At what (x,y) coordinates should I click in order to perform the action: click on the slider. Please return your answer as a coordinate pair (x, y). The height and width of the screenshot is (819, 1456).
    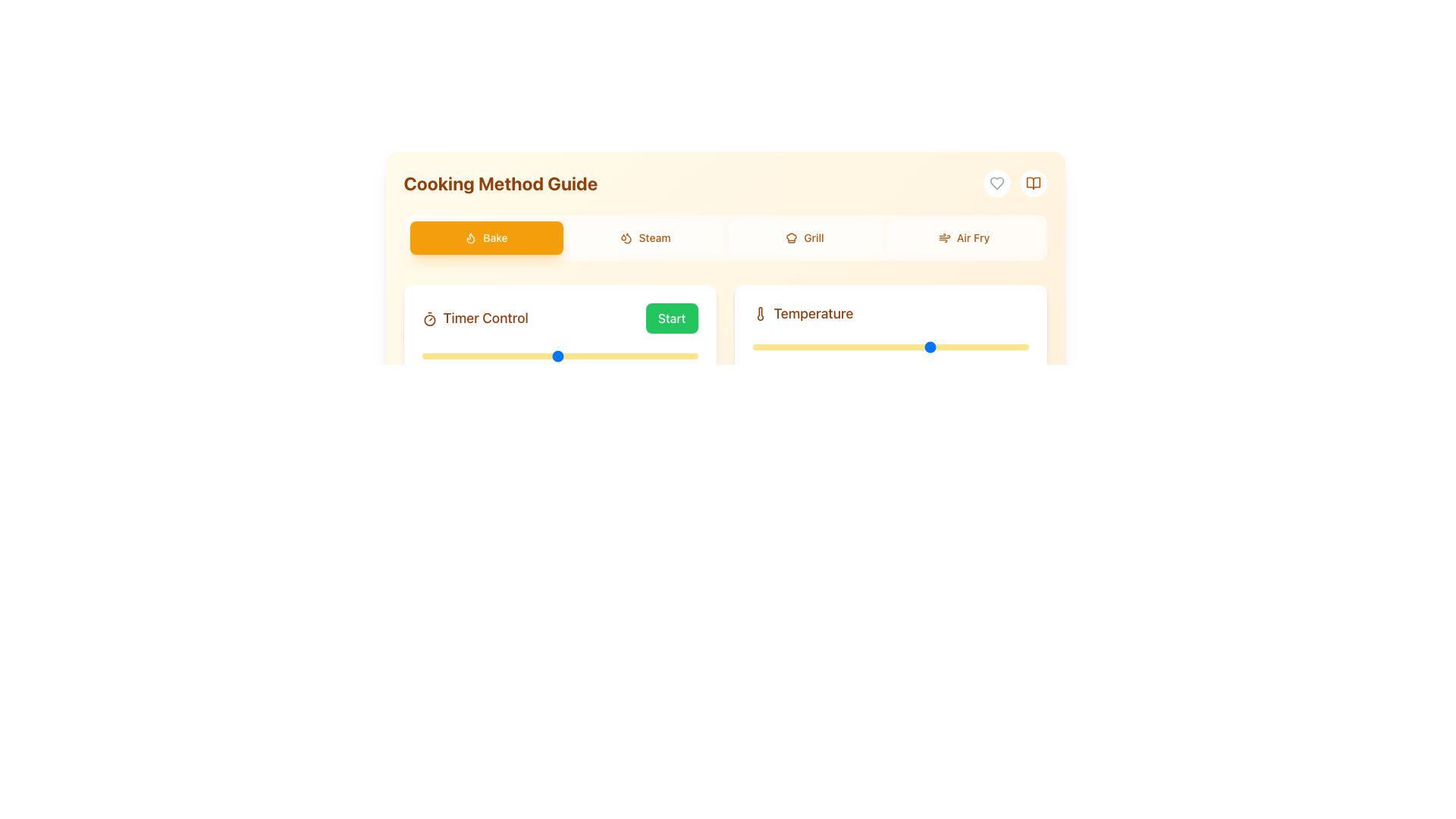
    Looking at the image, I should click on (779, 347).